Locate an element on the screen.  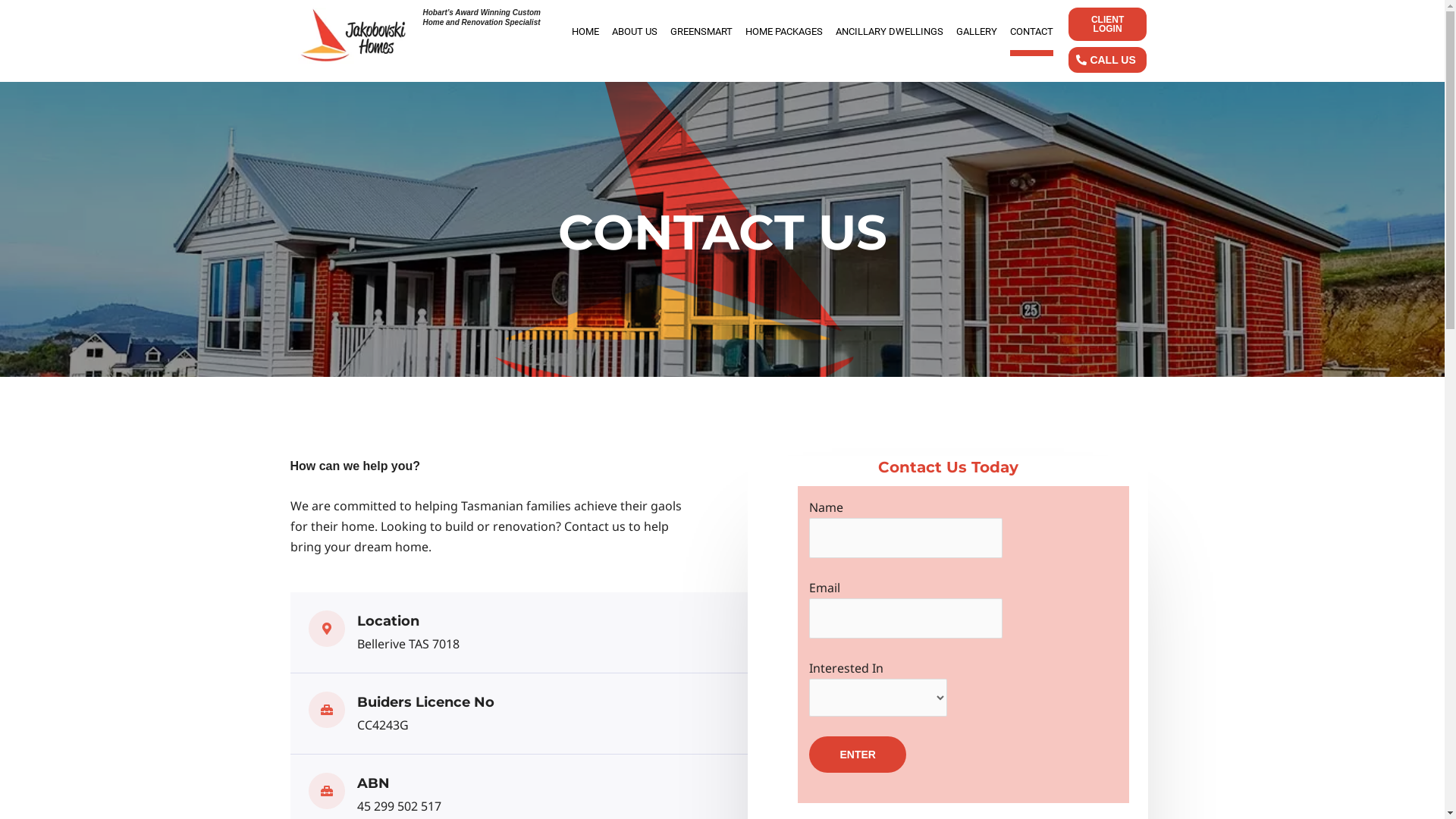
'ENTER' is located at coordinates (857, 755).